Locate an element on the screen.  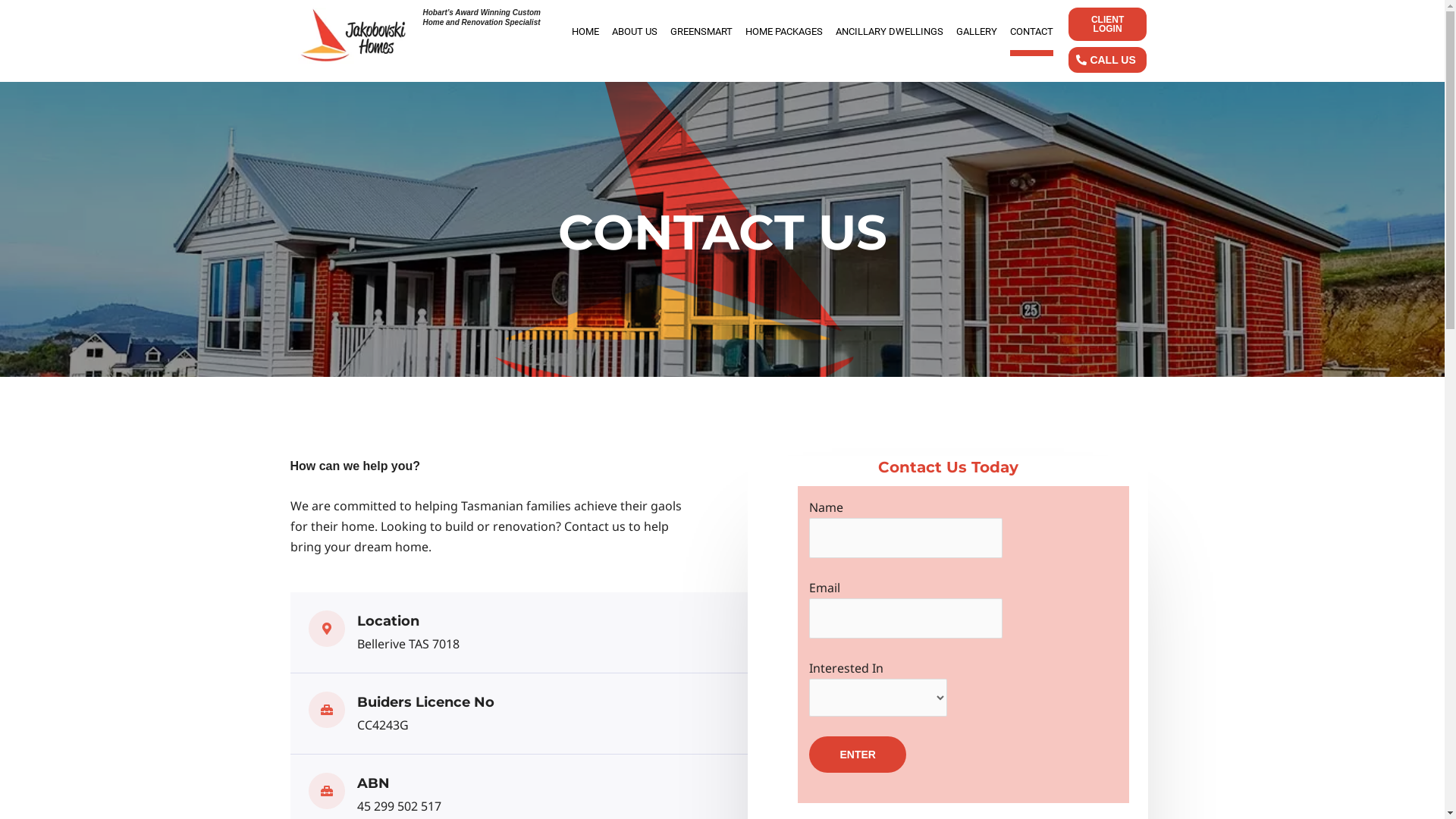
'ENTER' is located at coordinates (857, 755).